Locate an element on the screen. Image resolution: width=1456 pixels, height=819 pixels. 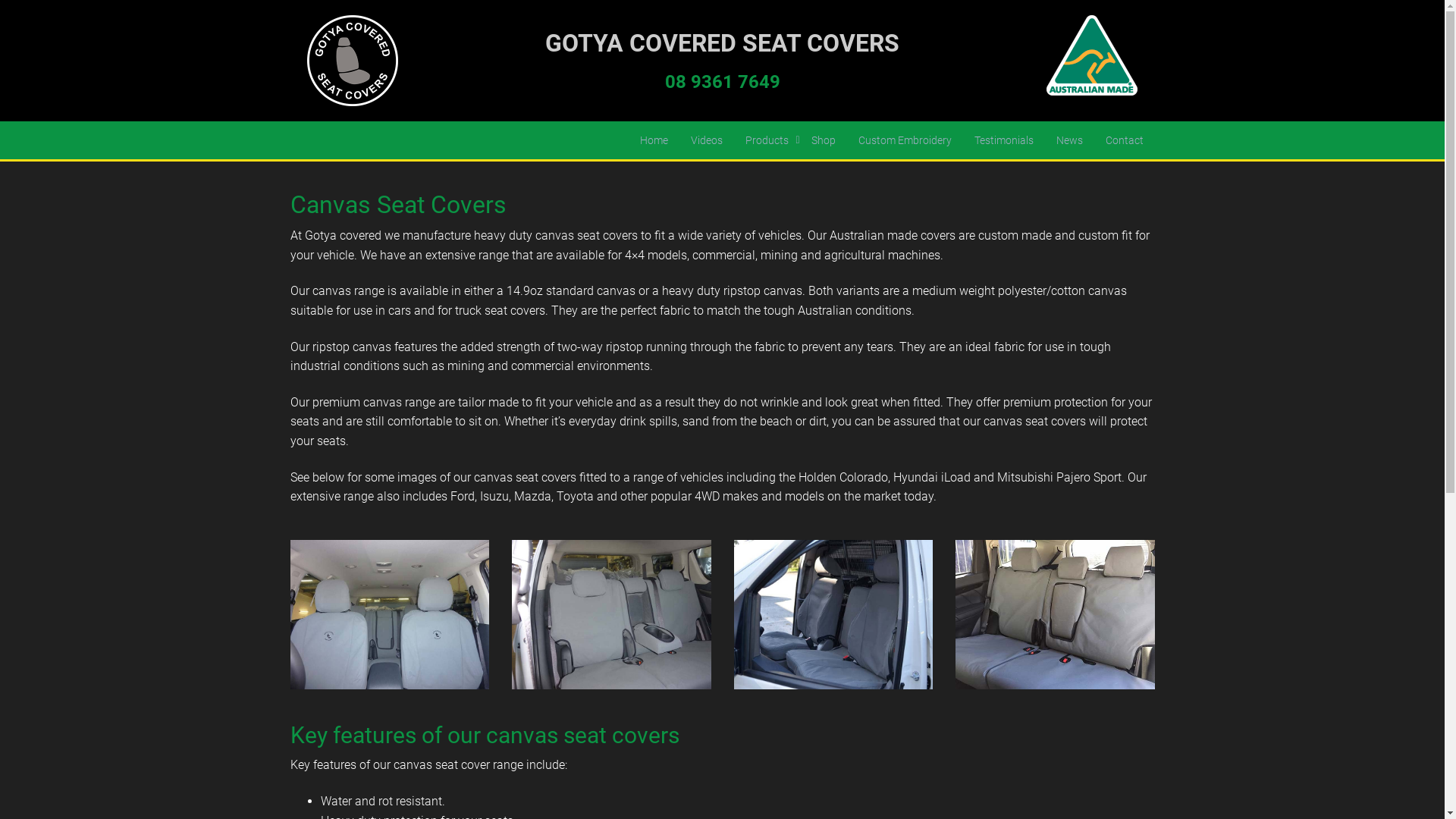
'Testimonials' is located at coordinates (1004, 140).